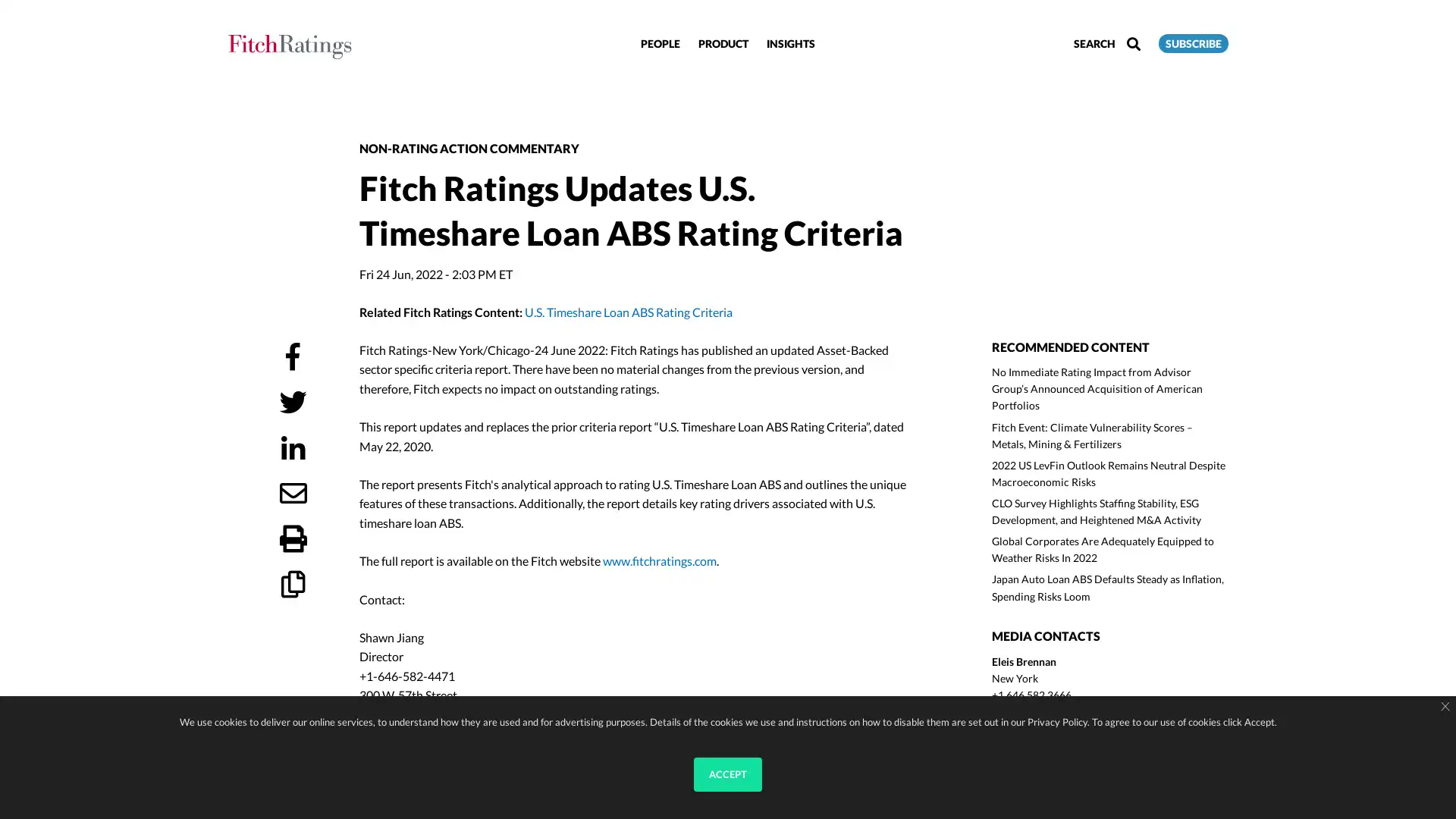 This screenshot has width=1456, height=819. What do you see at coordinates (723, 42) in the screenshot?
I see `PRODUCT` at bounding box center [723, 42].